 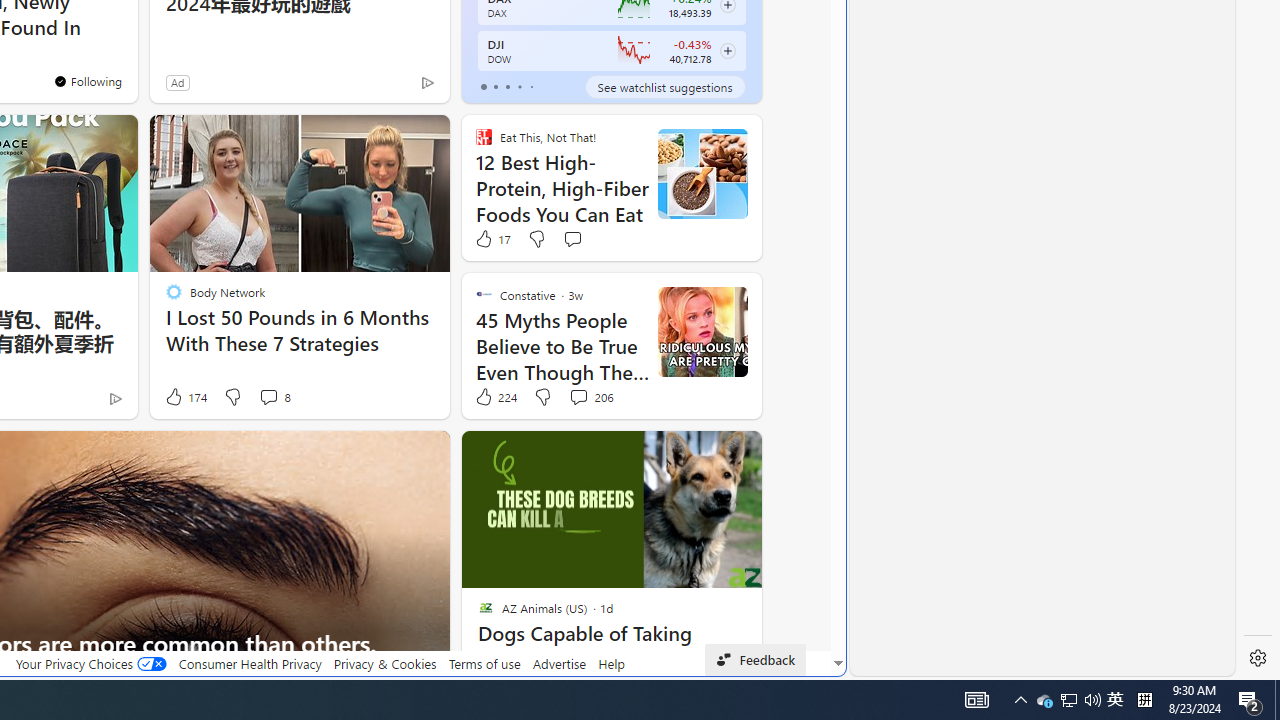 What do you see at coordinates (184, 397) in the screenshot?
I see `'174 Like'` at bounding box center [184, 397].